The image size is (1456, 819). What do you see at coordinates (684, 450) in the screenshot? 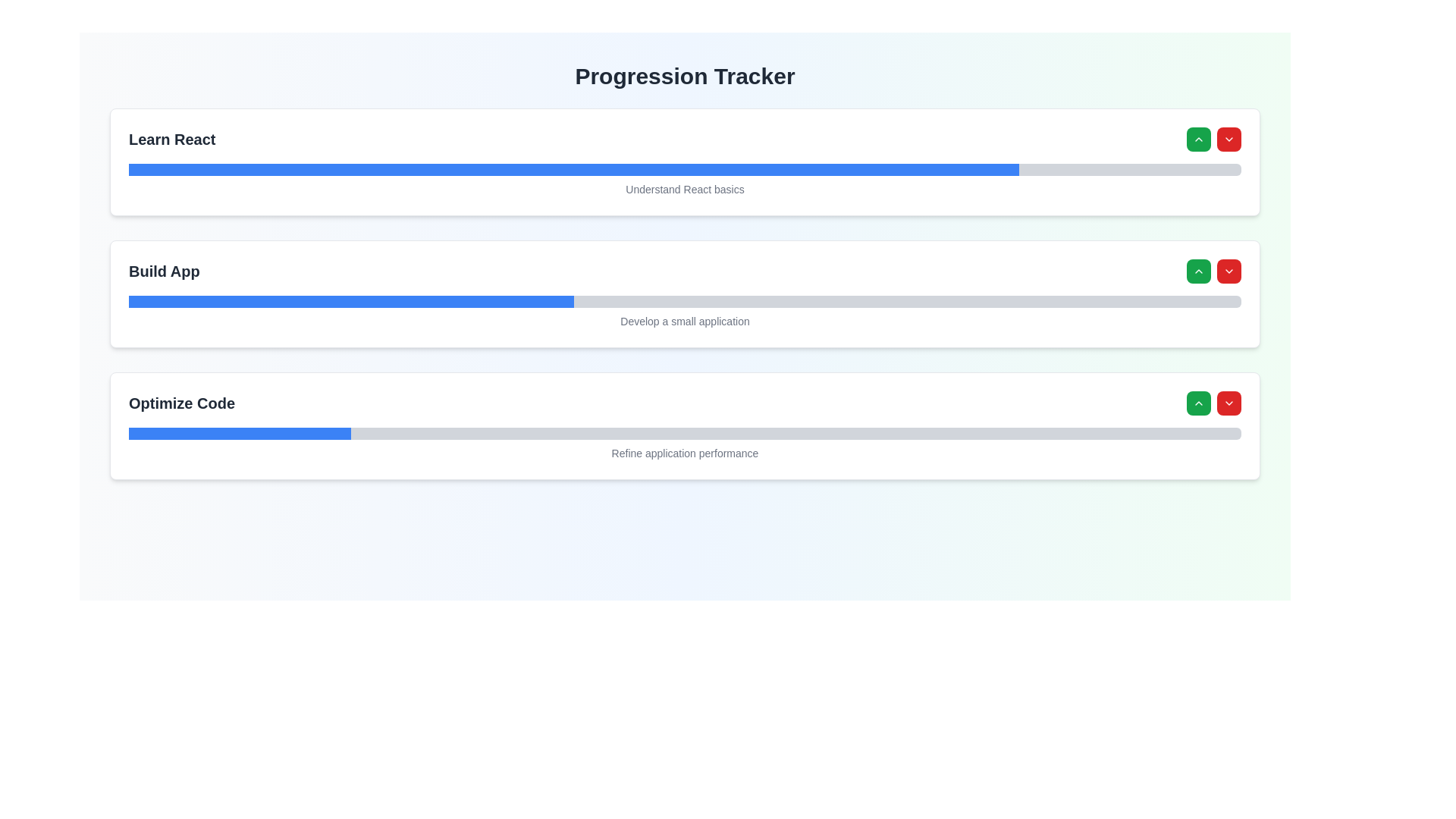
I see `the text label displaying 'Refine application performance' in gray color, located below the progress bar in the 'Optimize Code' section` at bounding box center [684, 450].